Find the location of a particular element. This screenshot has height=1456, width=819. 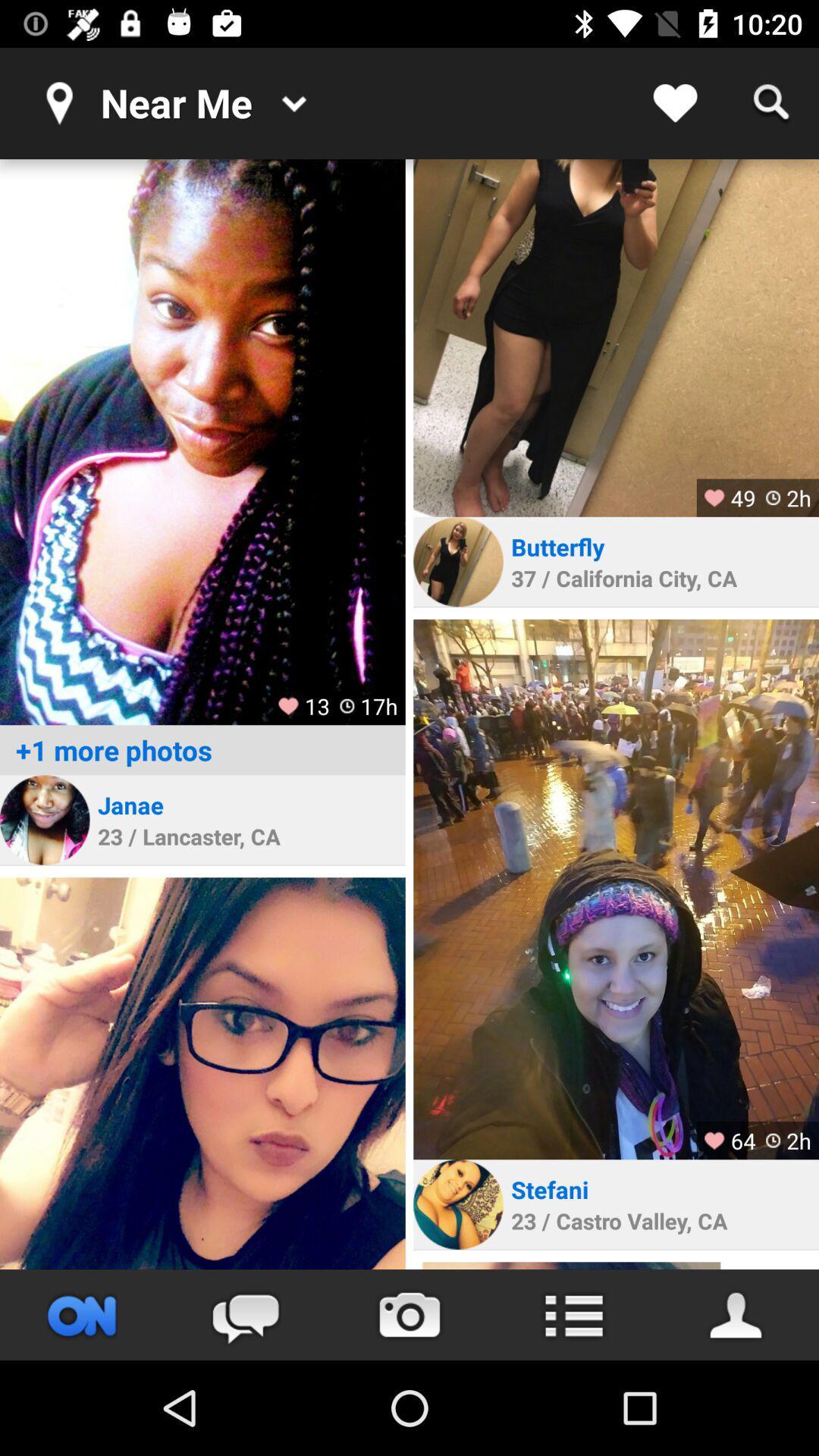

the avatar icon is located at coordinates (736, 1314).